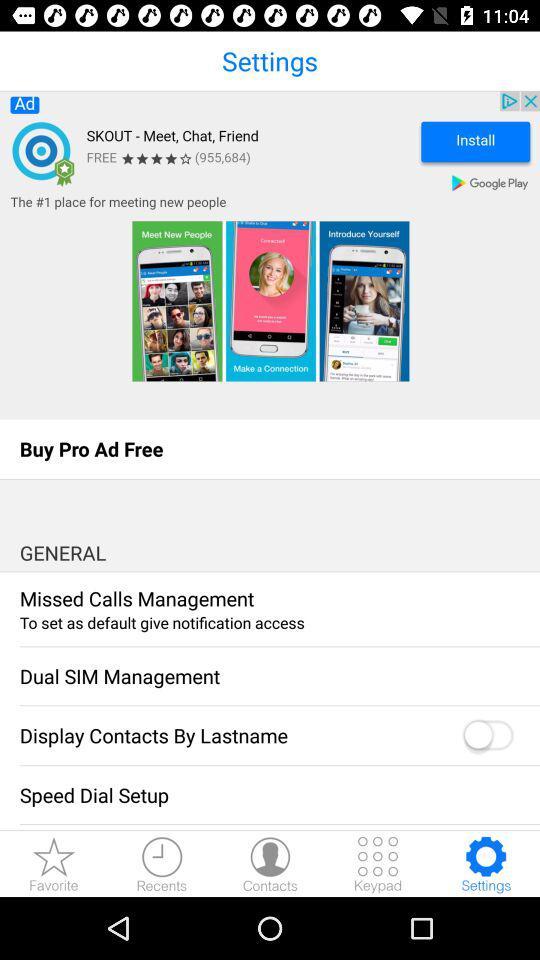  Describe the element at coordinates (54, 863) in the screenshot. I see `to favourites` at that location.